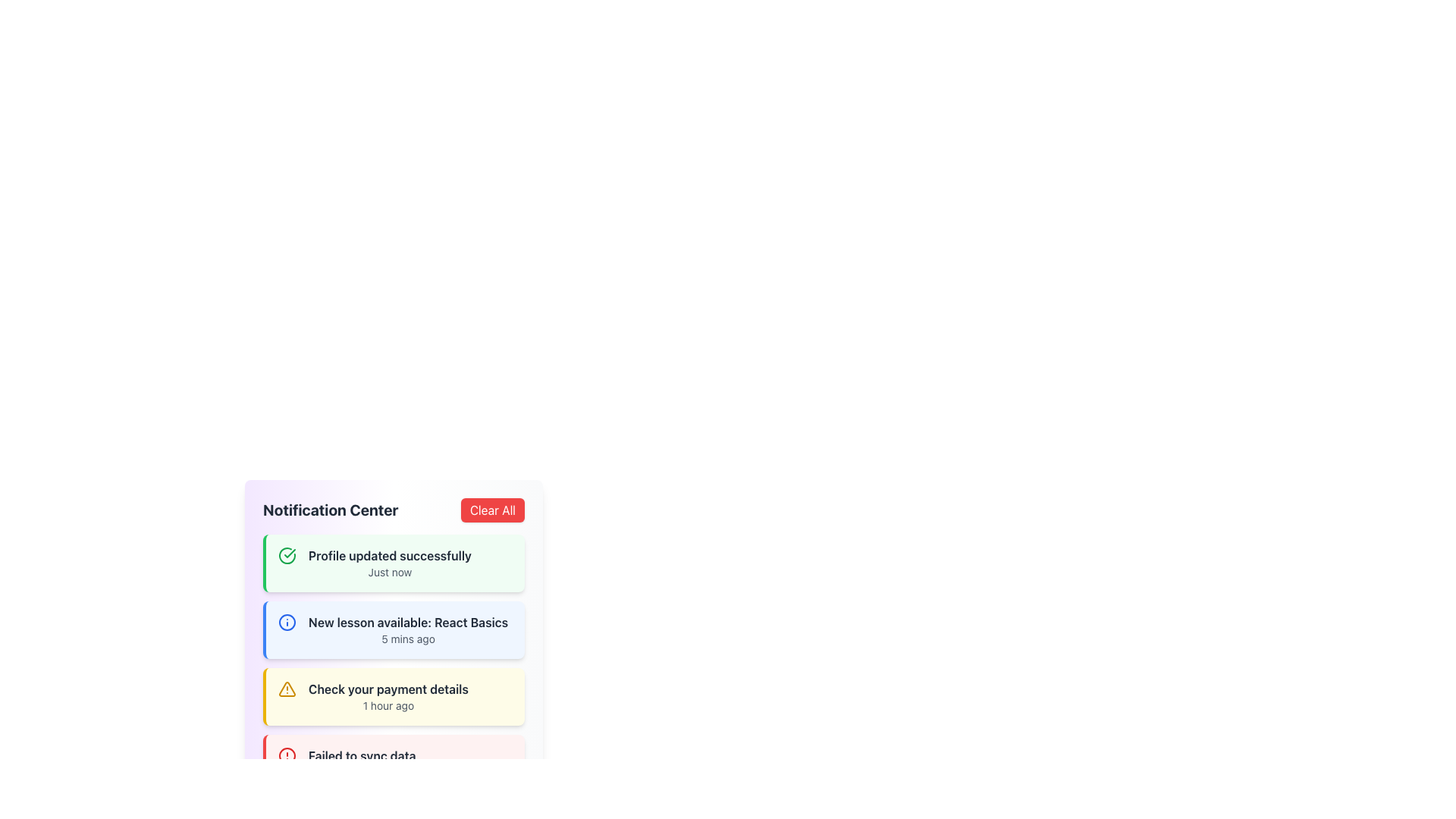 The image size is (1456, 819). What do you see at coordinates (287, 555) in the screenshot?
I see `the success status icon located on the left side of the 'Profile updated successfully.' notification panel` at bounding box center [287, 555].